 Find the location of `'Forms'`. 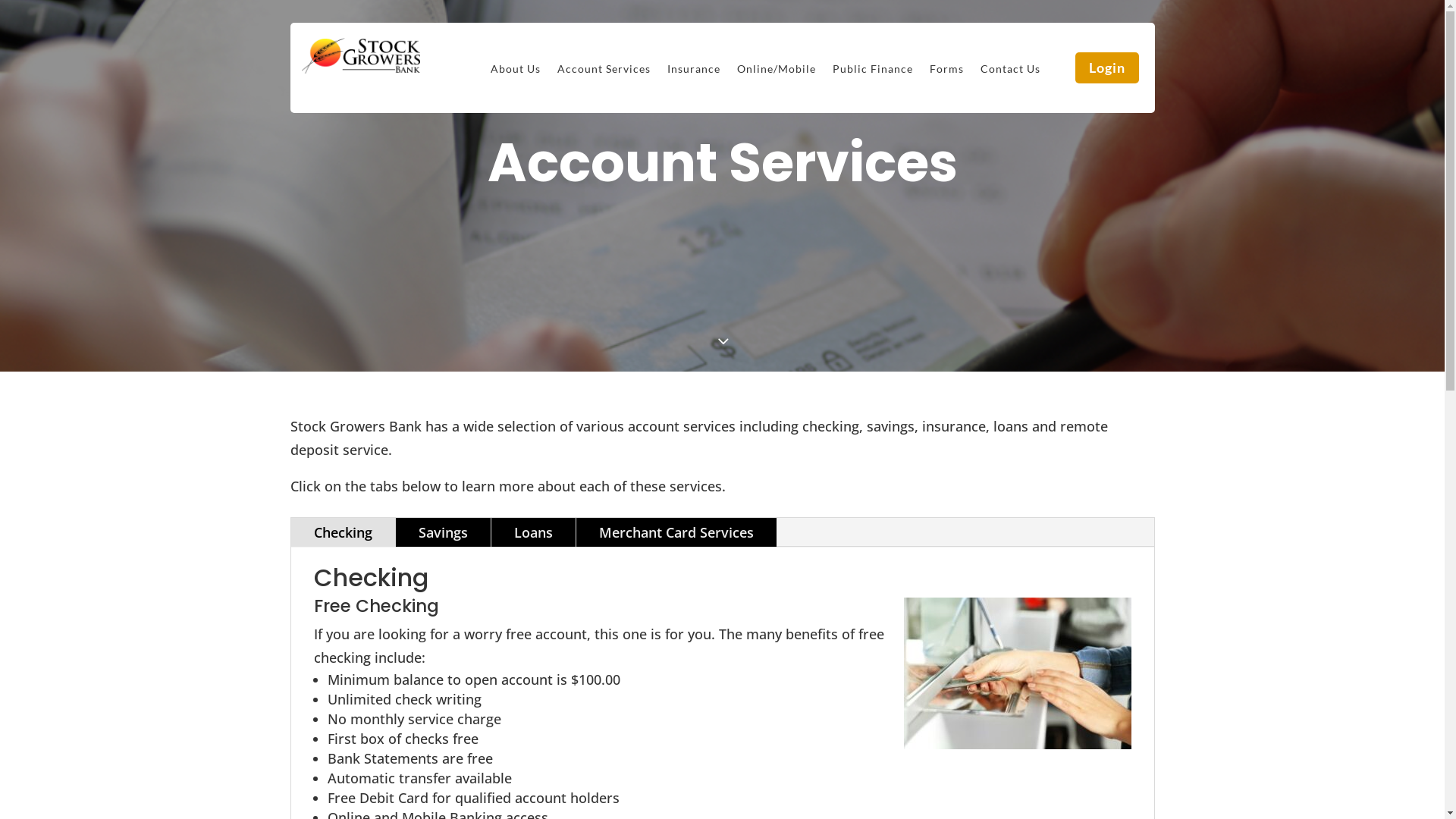

'Forms' is located at coordinates (946, 72).